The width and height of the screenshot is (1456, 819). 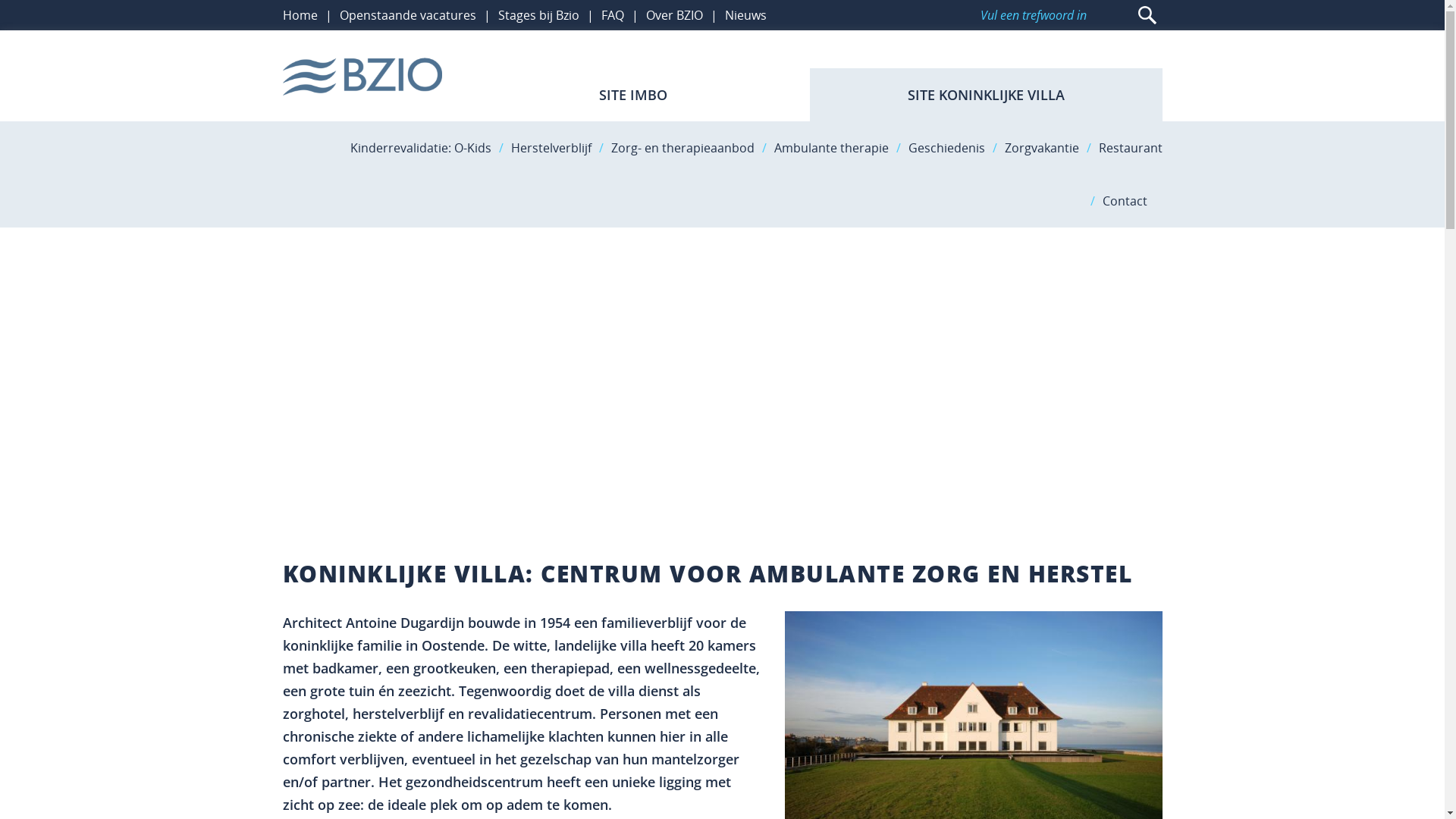 I want to click on 'Restaurant', so click(x=1129, y=148).